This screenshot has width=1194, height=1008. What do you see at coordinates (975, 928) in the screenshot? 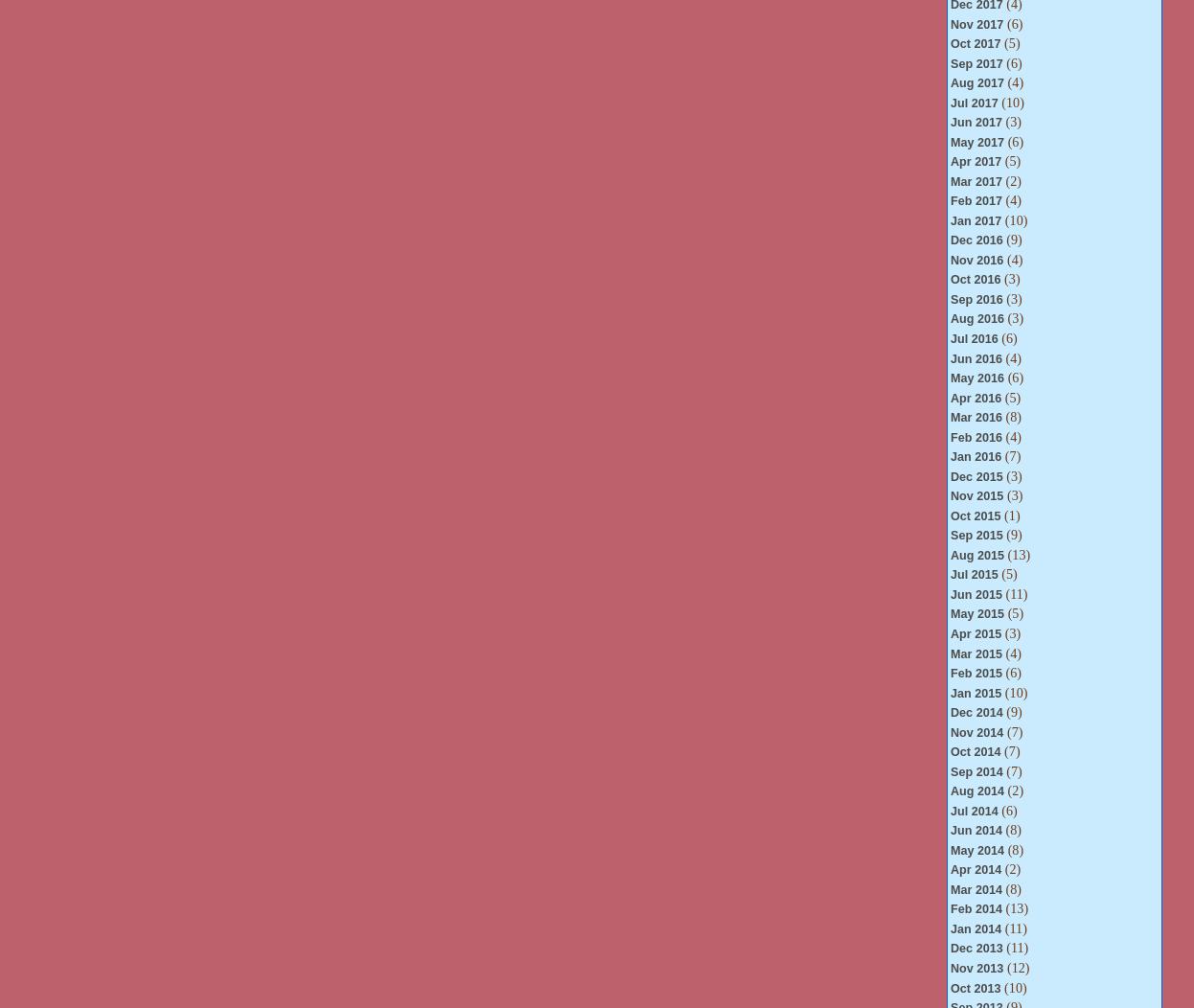
I see `'Jan 2014'` at bounding box center [975, 928].